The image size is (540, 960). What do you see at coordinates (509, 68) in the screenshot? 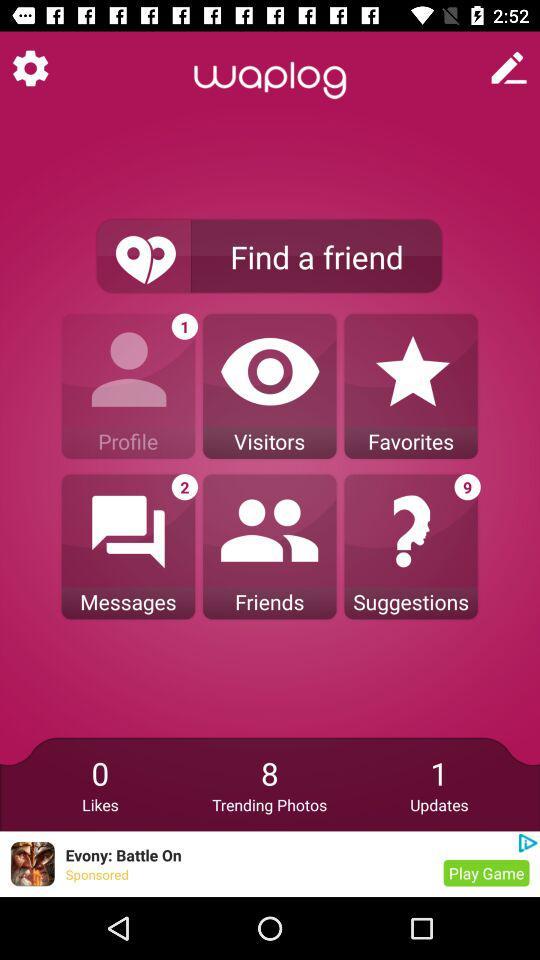
I see `the edit icon` at bounding box center [509, 68].